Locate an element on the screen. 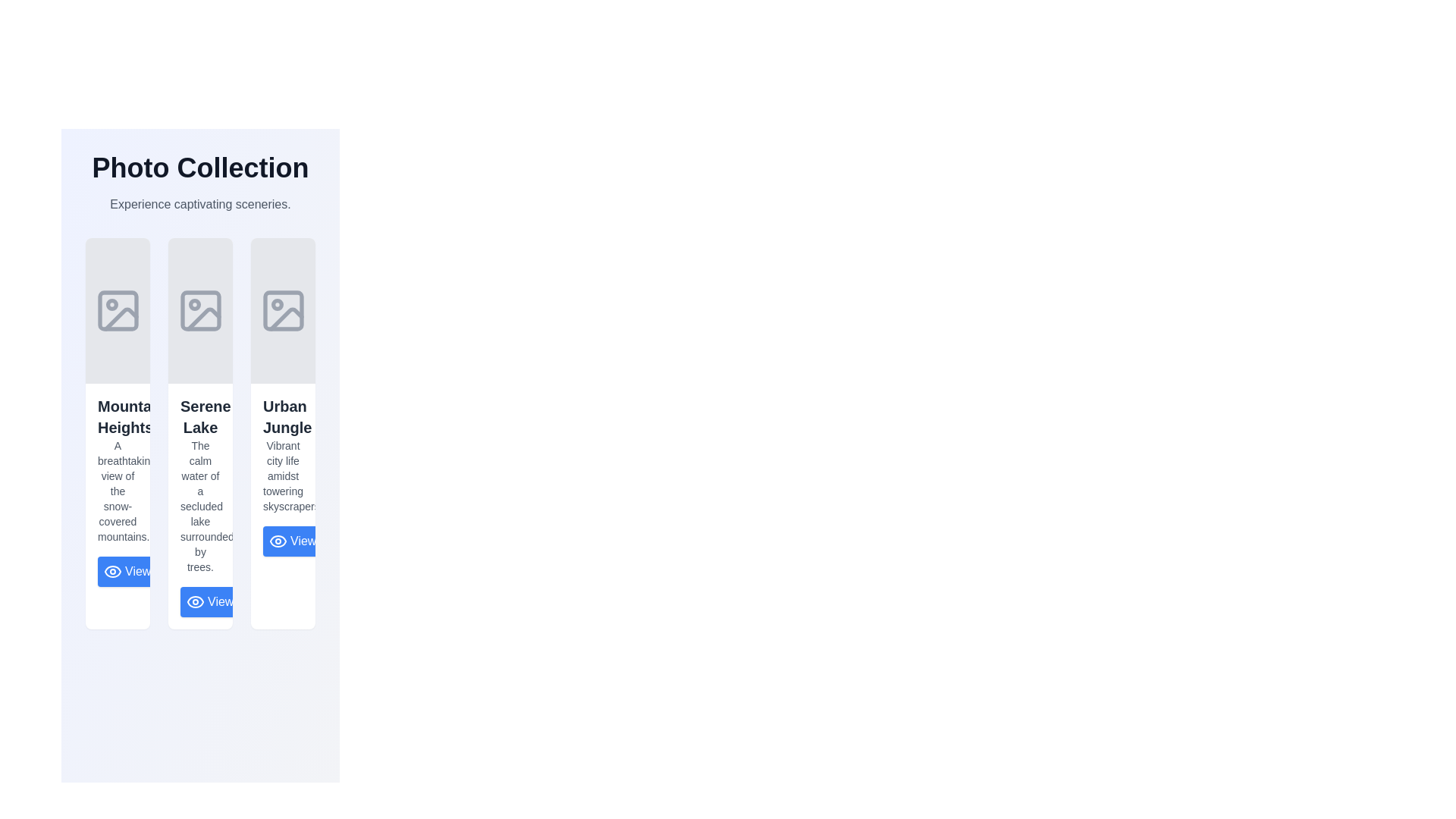  the graphical icon representing an image or photo, which is the first icon in the three-column layout under the 'Mountain Heights' card is located at coordinates (117, 309).